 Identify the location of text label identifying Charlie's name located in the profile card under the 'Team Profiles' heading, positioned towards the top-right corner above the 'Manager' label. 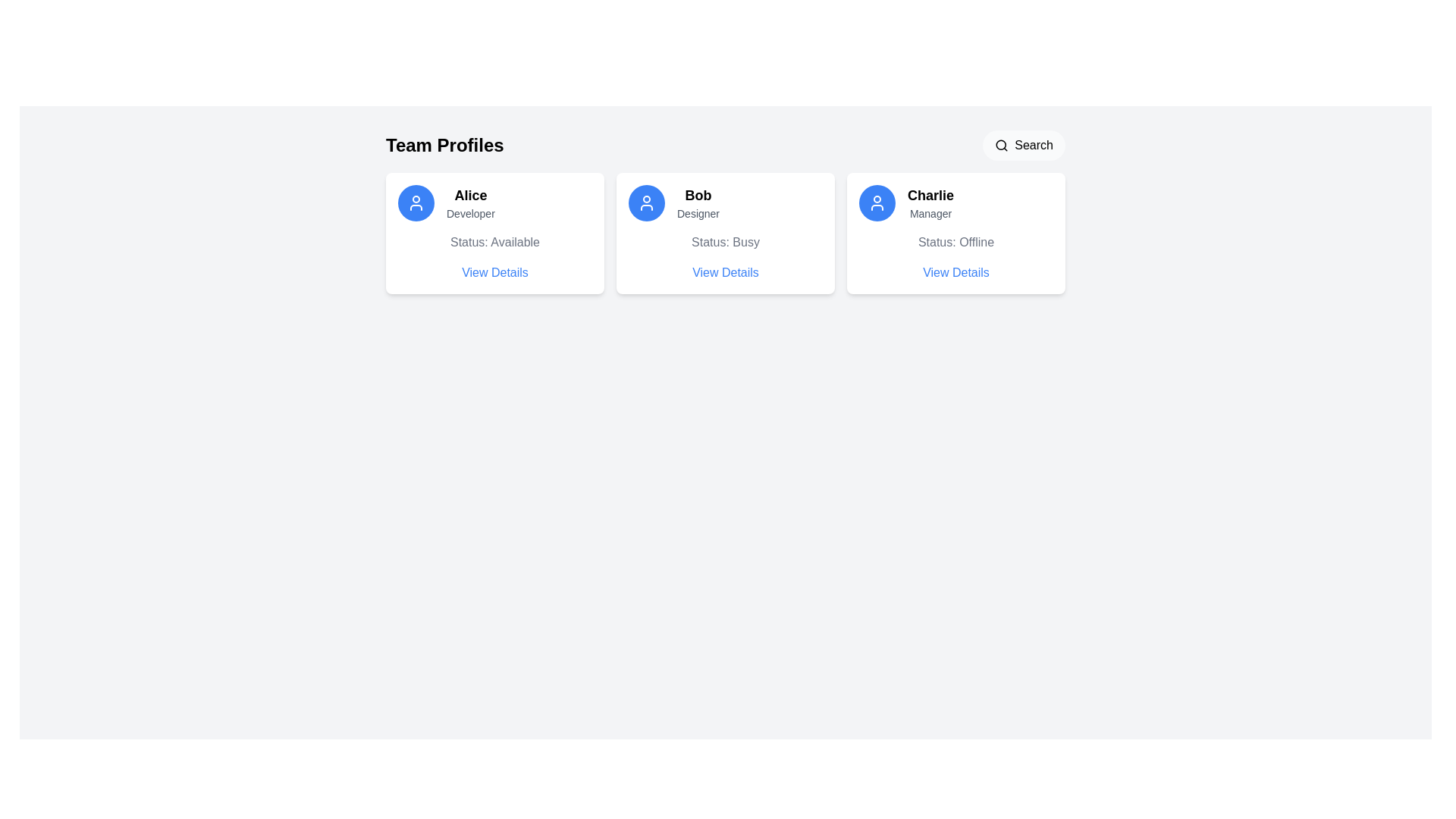
(930, 195).